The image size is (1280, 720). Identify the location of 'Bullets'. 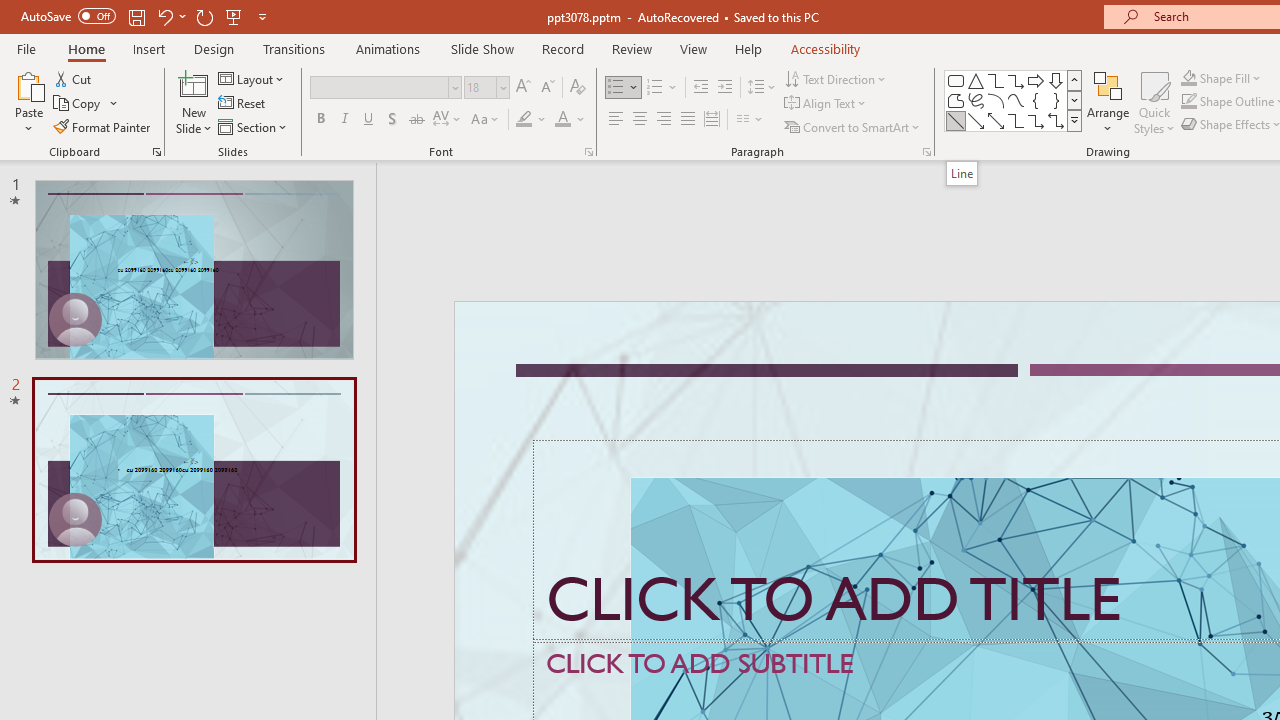
(615, 86).